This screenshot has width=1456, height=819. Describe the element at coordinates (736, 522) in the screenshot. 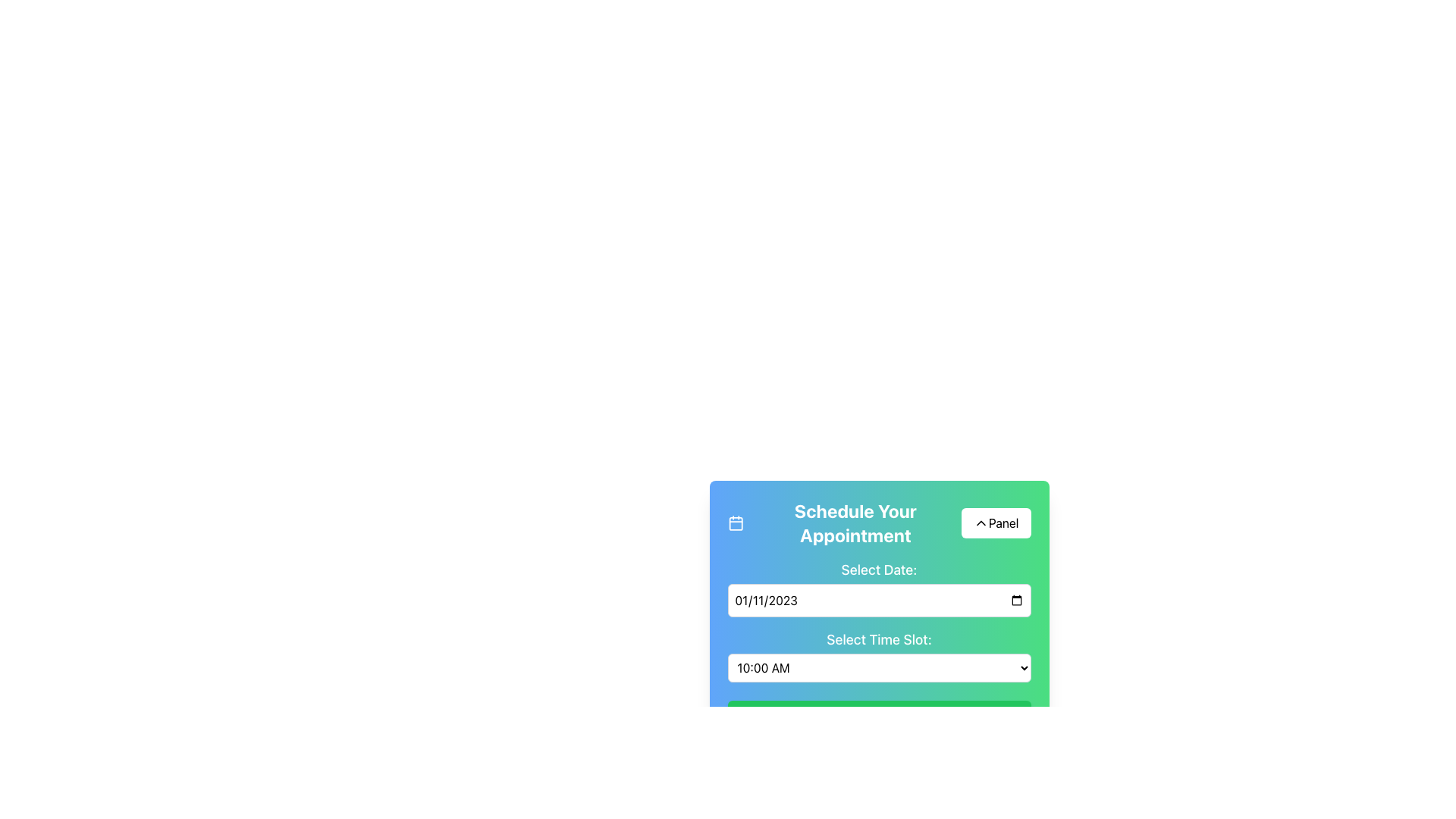

I see `the decorative calendar icon located at the top center of the calendar graphic in the 'Schedule Your Appointment' form, adjacent to the 'Select Date:' text` at that location.